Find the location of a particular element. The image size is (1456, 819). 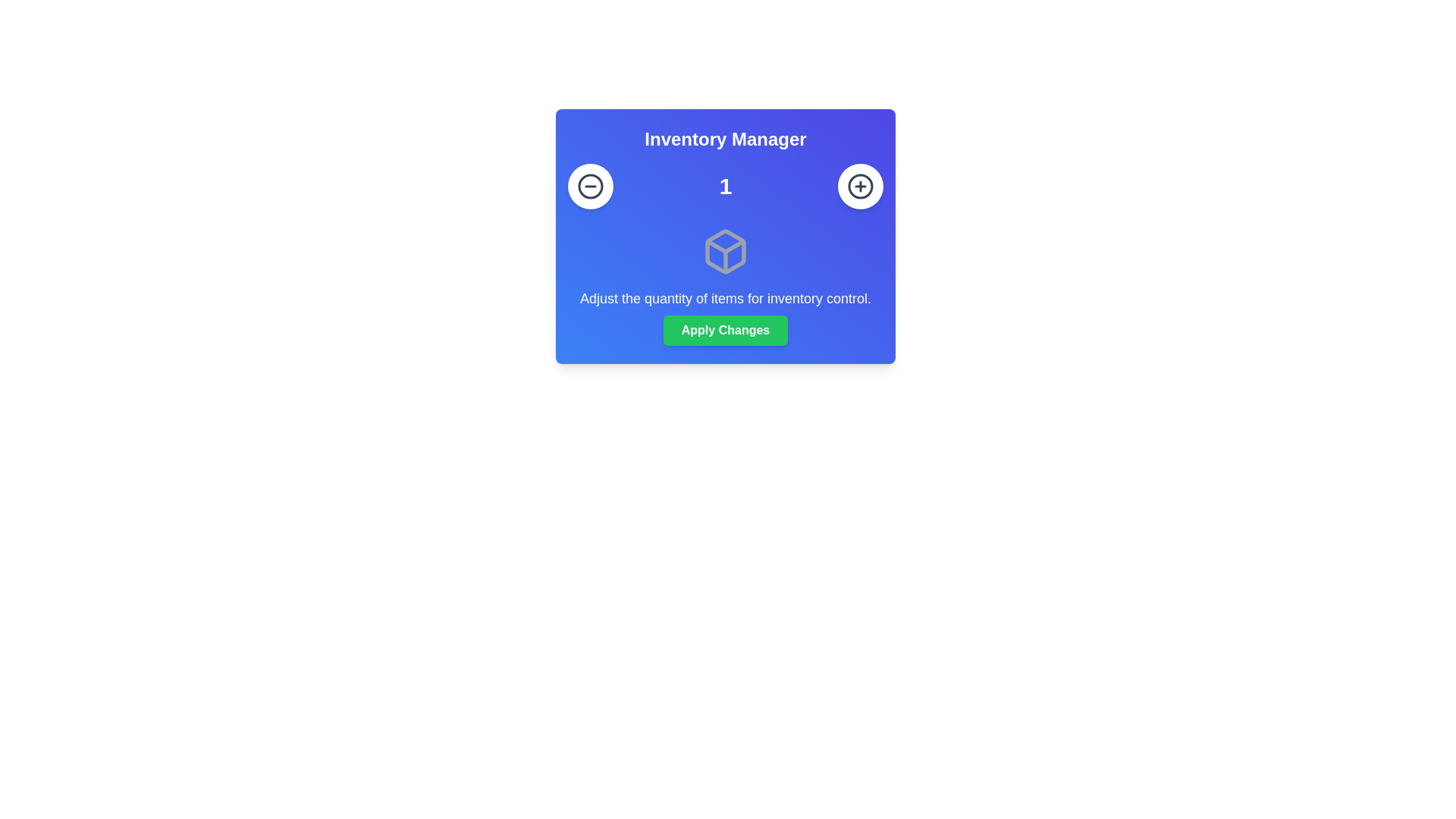

the circular blue button with a plus symbol to increment the value is located at coordinates (860, 186).